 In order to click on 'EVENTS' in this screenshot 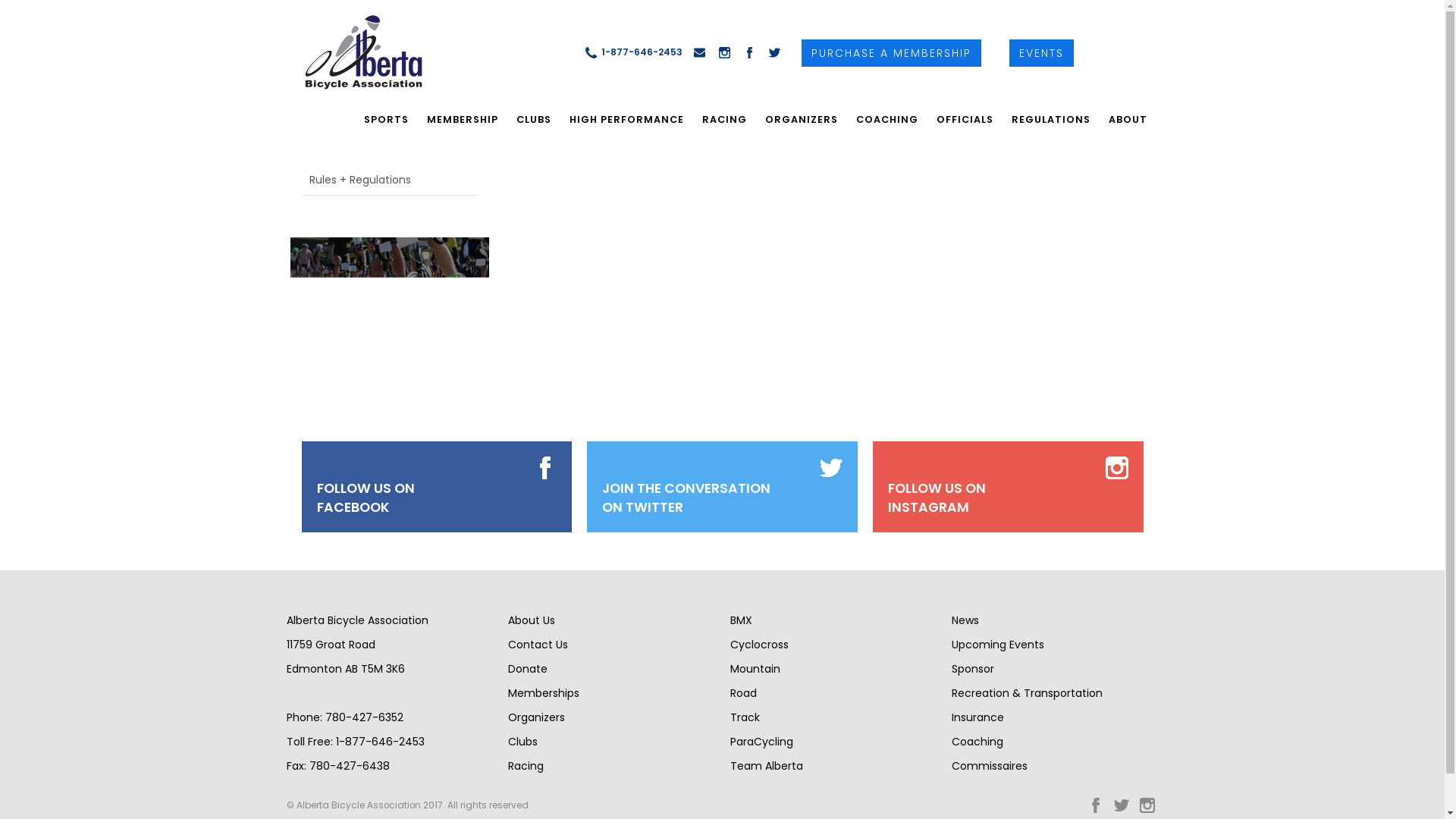, I will do `click(1040, 52)`.